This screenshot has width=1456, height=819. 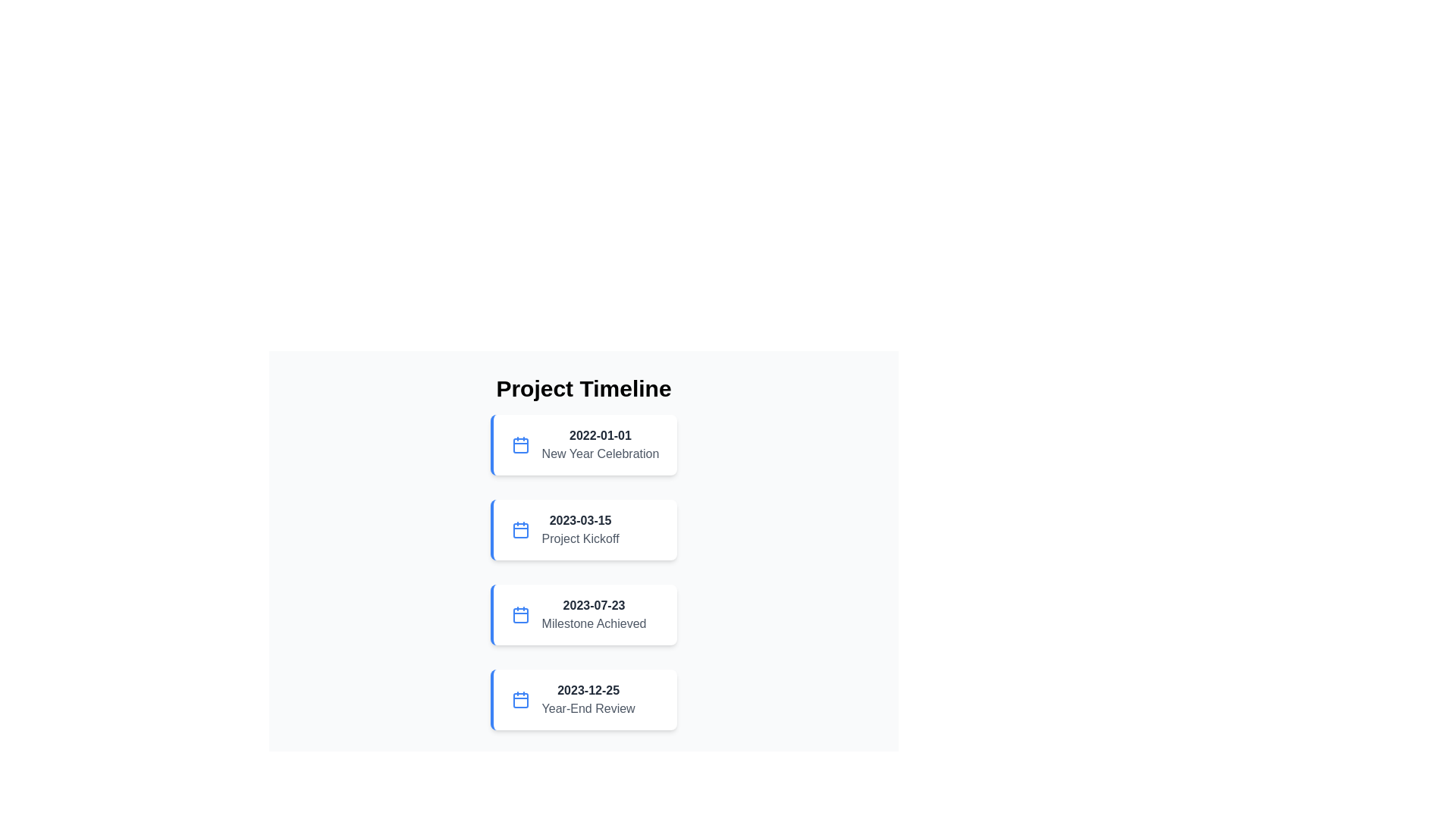 What do you see at coordinates (520, 699) in the screenshot?
I see `the calendar icon, which is a rounded rectangle with a blue outline, located to the left of the '2023-12-25 Year-End Review' text in the 'Project Timeline' list` at bounding box center [520, 699].